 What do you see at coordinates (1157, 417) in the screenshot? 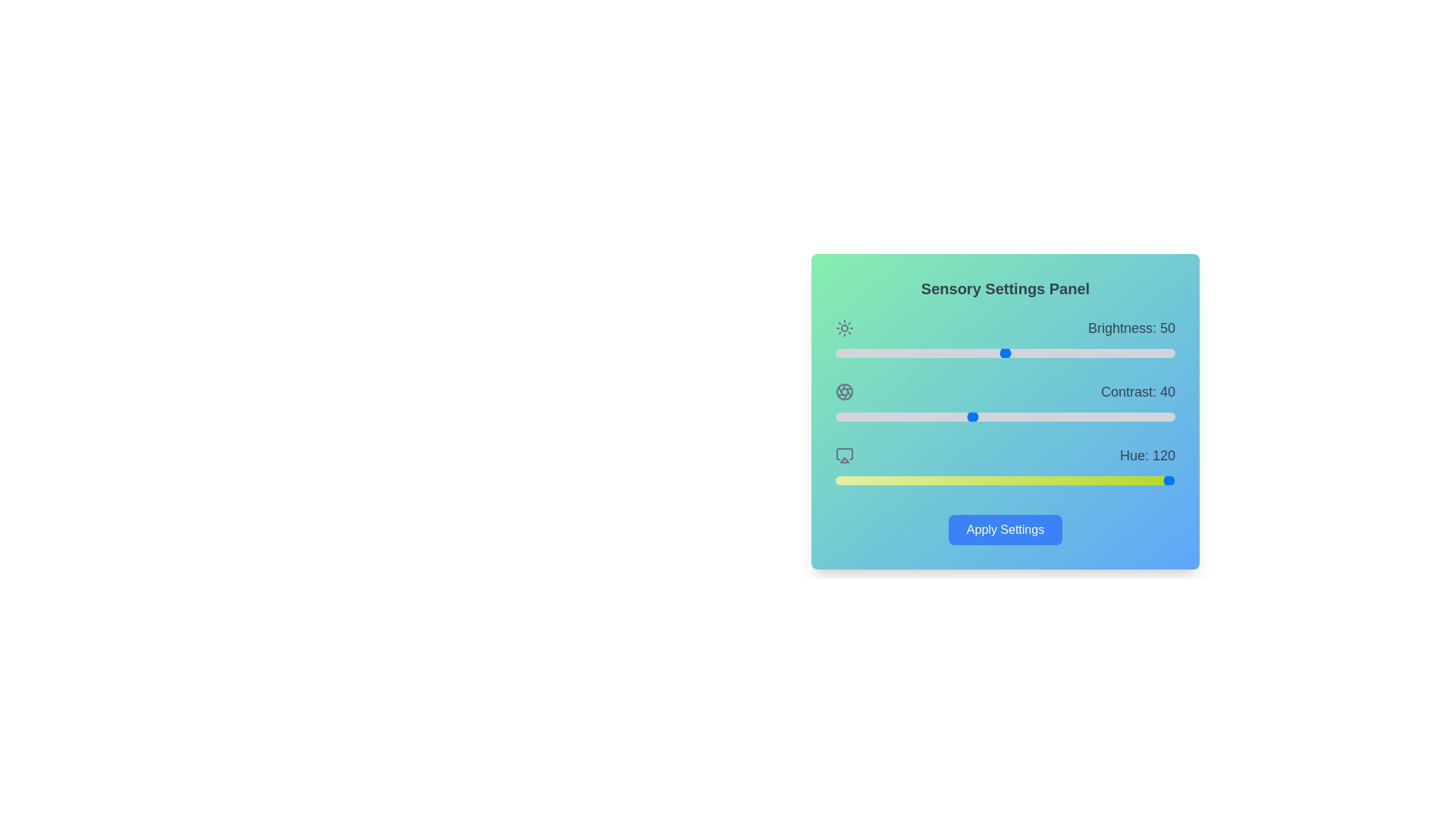
I see `the contrast slider to 95` at bounding box center [1157, 417].